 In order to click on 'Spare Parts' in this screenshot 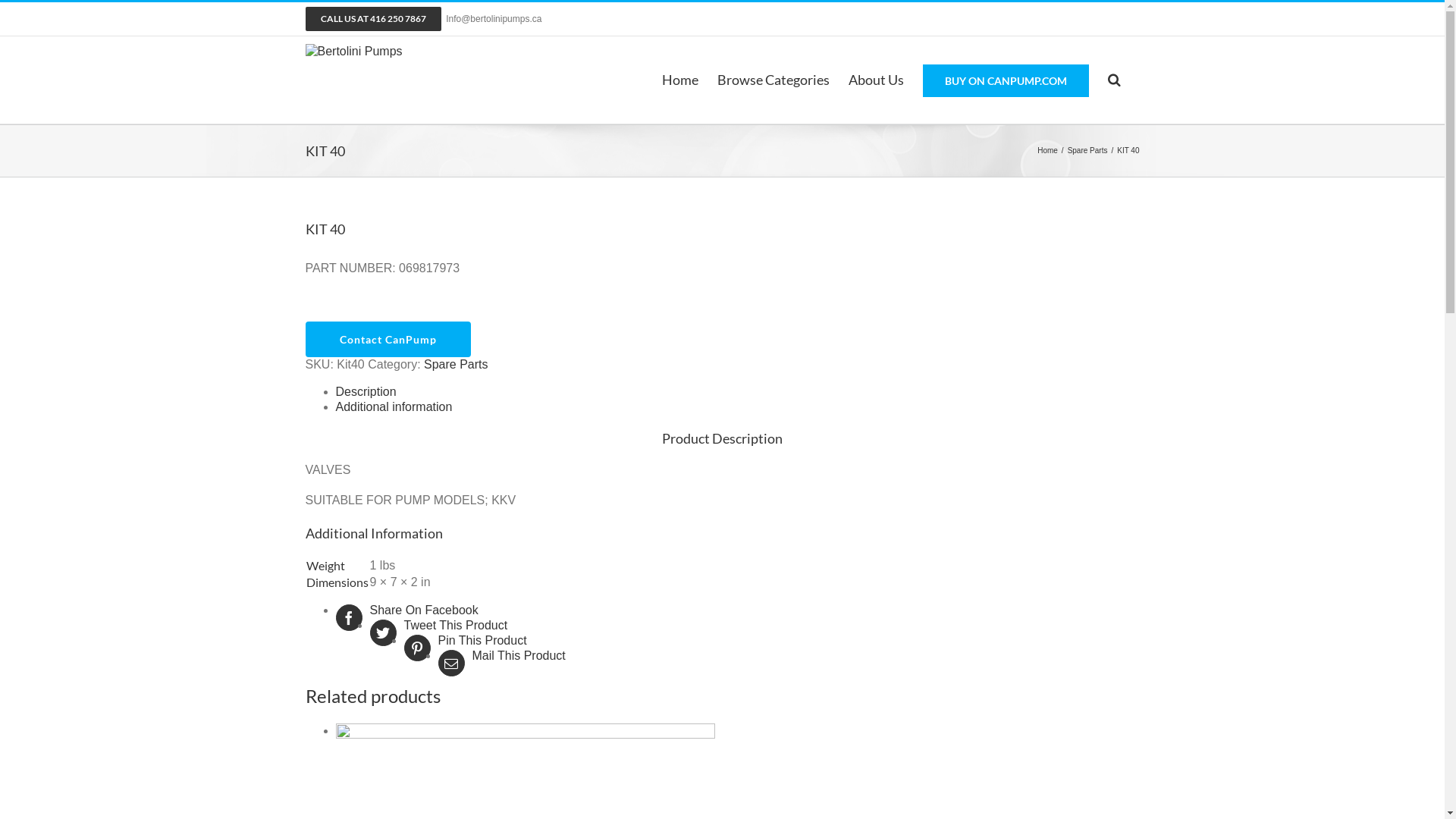, I will do `click(454, 364)`.